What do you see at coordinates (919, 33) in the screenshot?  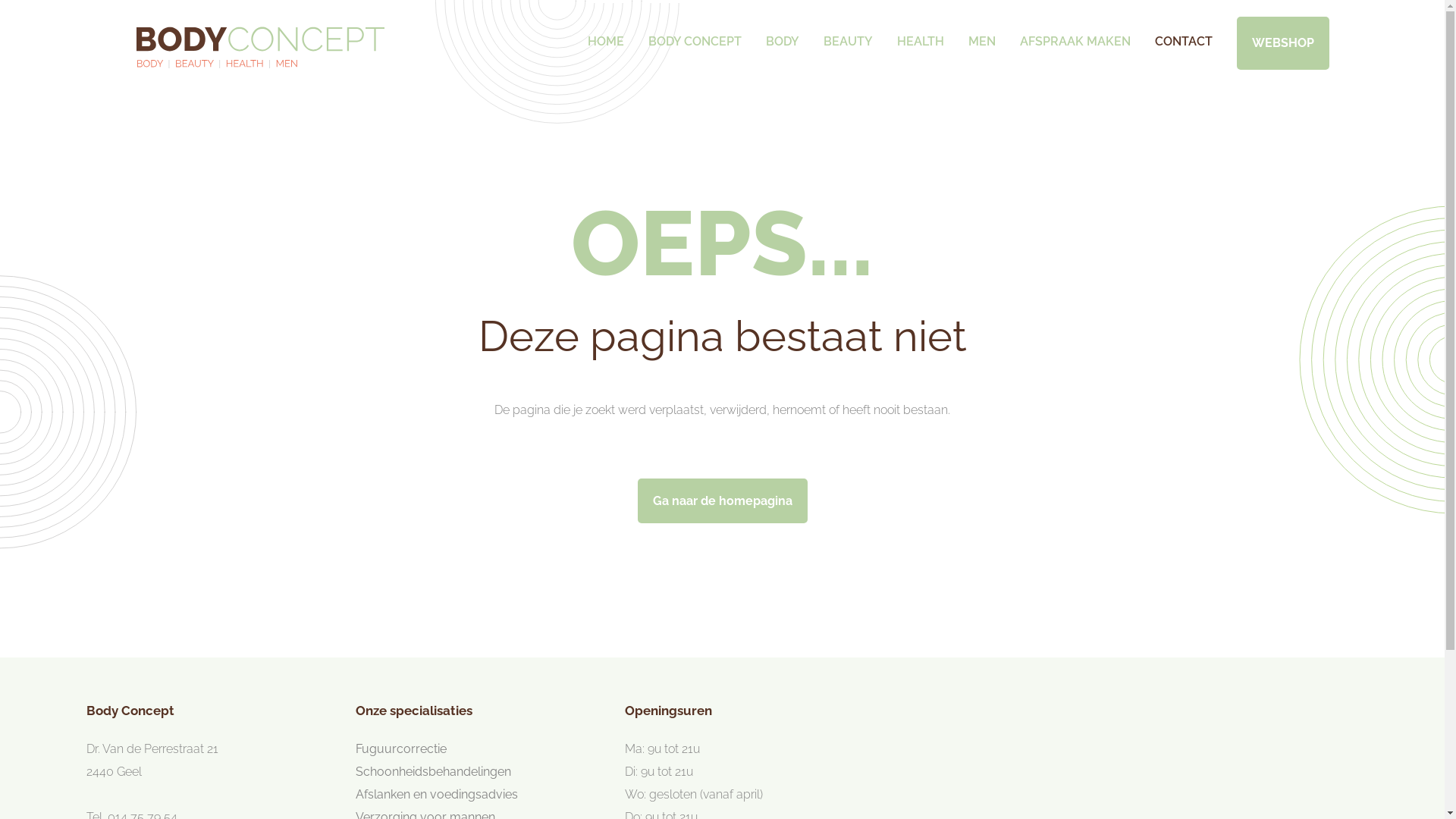 I see `'HEALTH'` at bounding box center [919, 33].